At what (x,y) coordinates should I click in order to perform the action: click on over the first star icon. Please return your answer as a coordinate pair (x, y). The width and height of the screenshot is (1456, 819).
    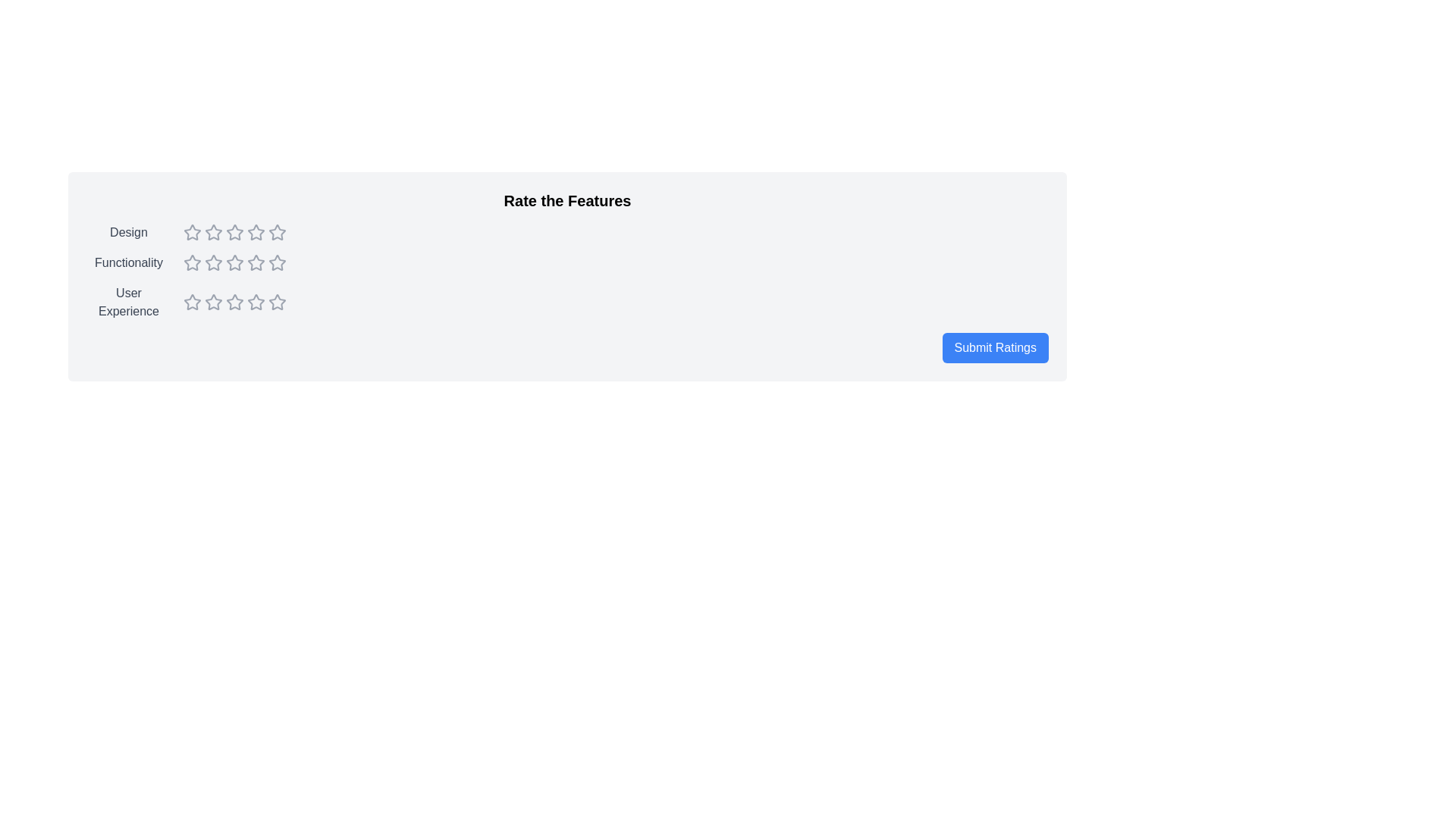
    Looking at the image, I should click on (192, 302).